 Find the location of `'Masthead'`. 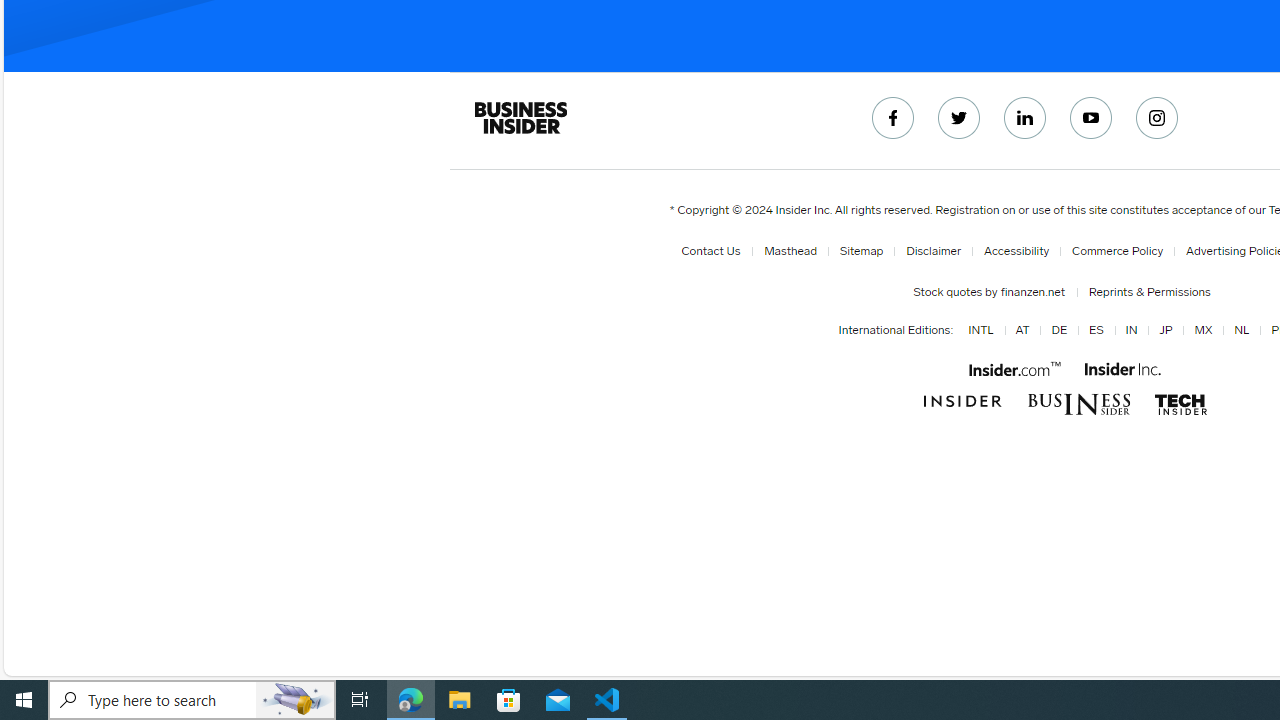

'Masthead' is located at coordinates (790, 250).